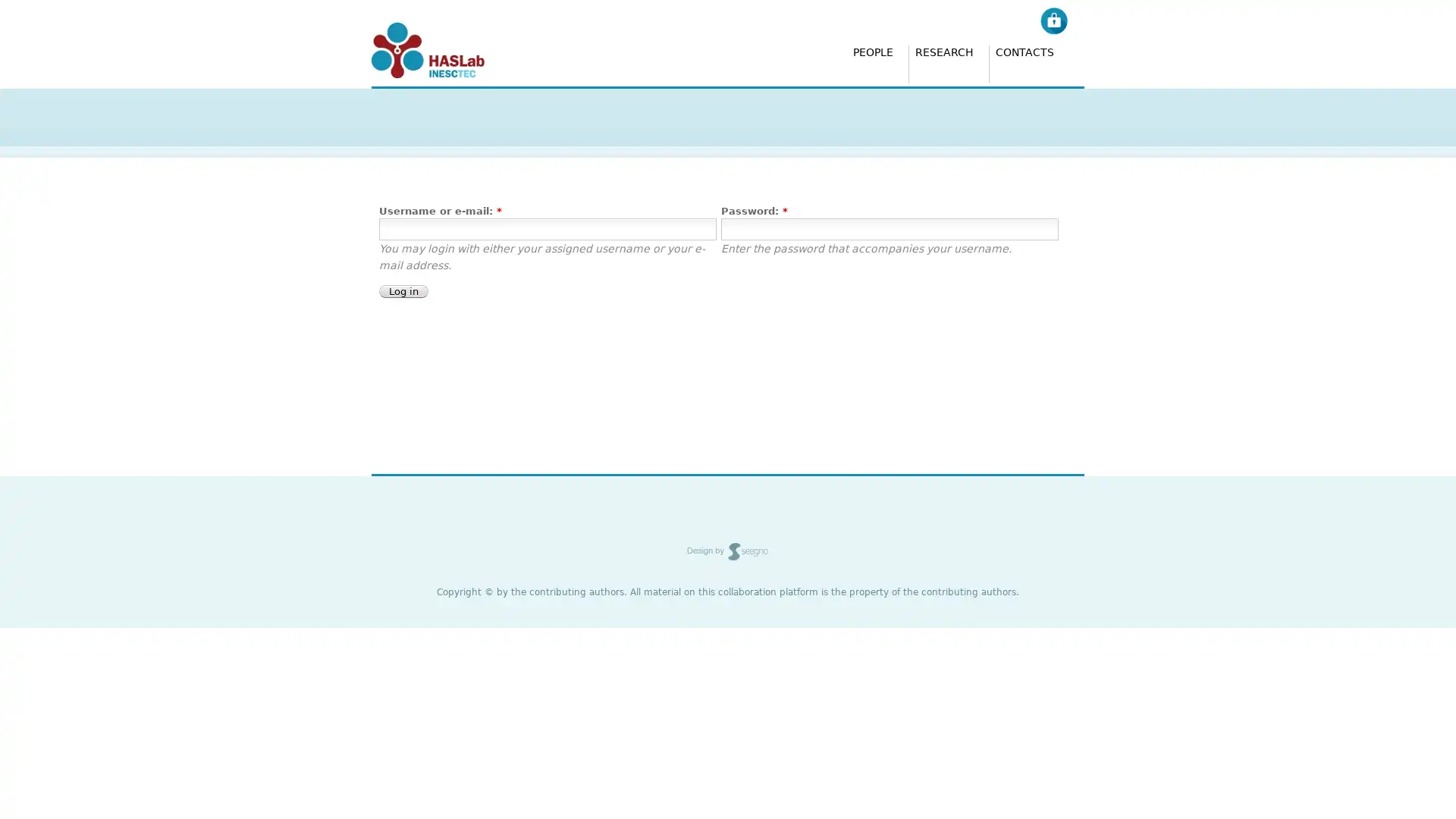 The height and width of the screenshot is (819, 1456). Describe the element at coordinates (403, 291) in the screenshot. I see `Log in` at that location.